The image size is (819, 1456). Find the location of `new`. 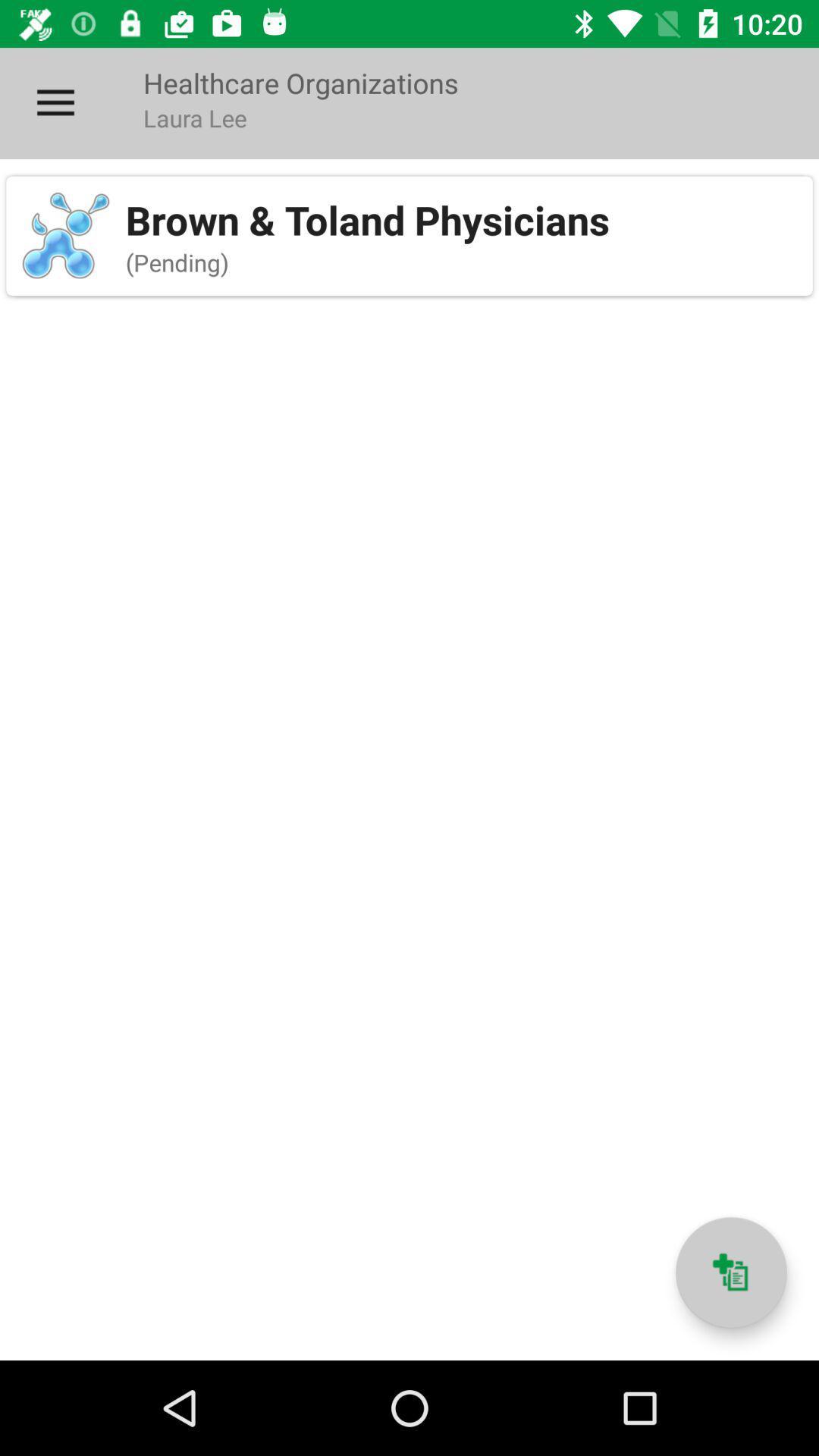

new is located at coordinates (730, 1272).